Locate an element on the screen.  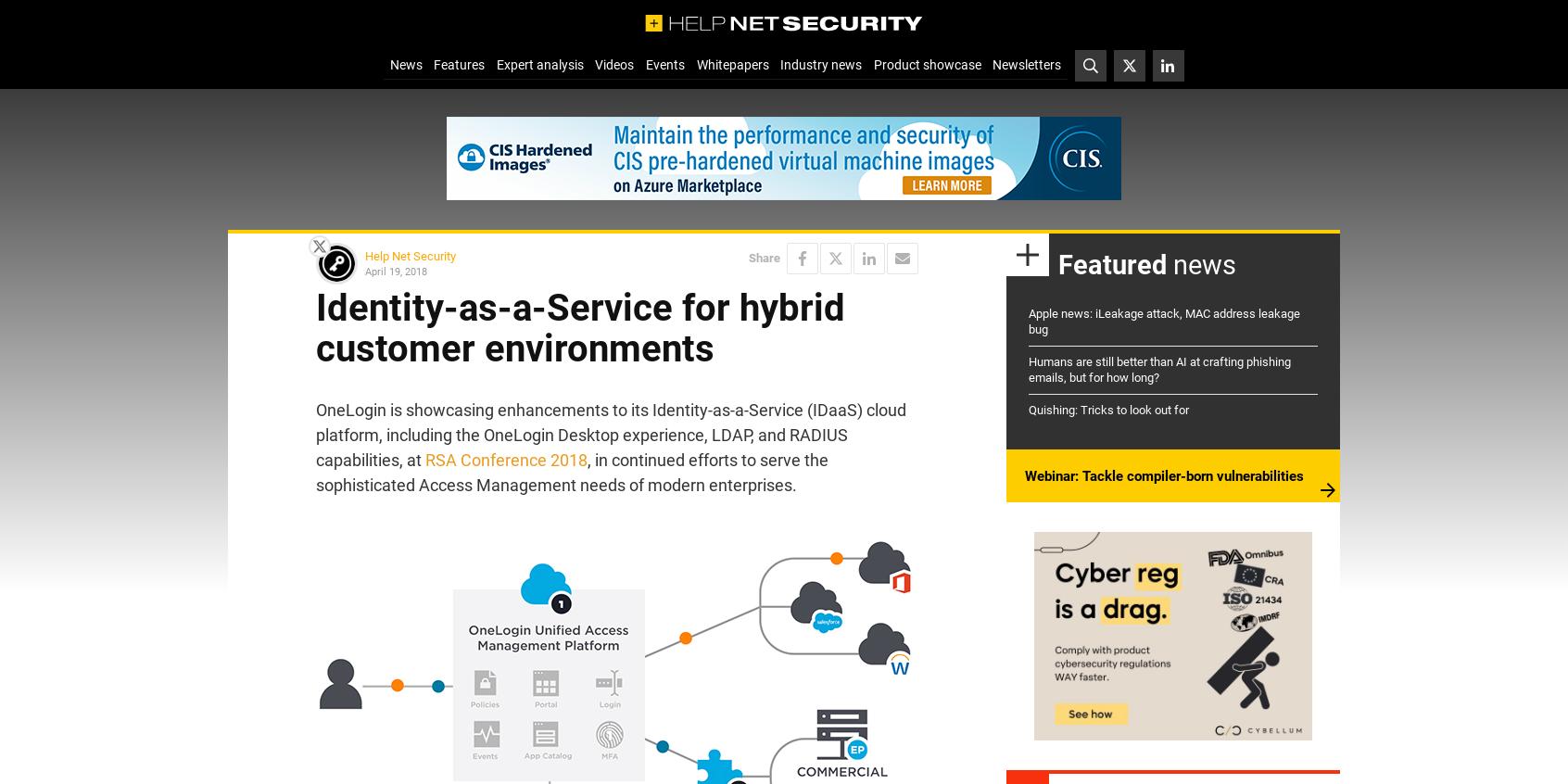
'Newsletters' is located at coordinates (1026, 63).